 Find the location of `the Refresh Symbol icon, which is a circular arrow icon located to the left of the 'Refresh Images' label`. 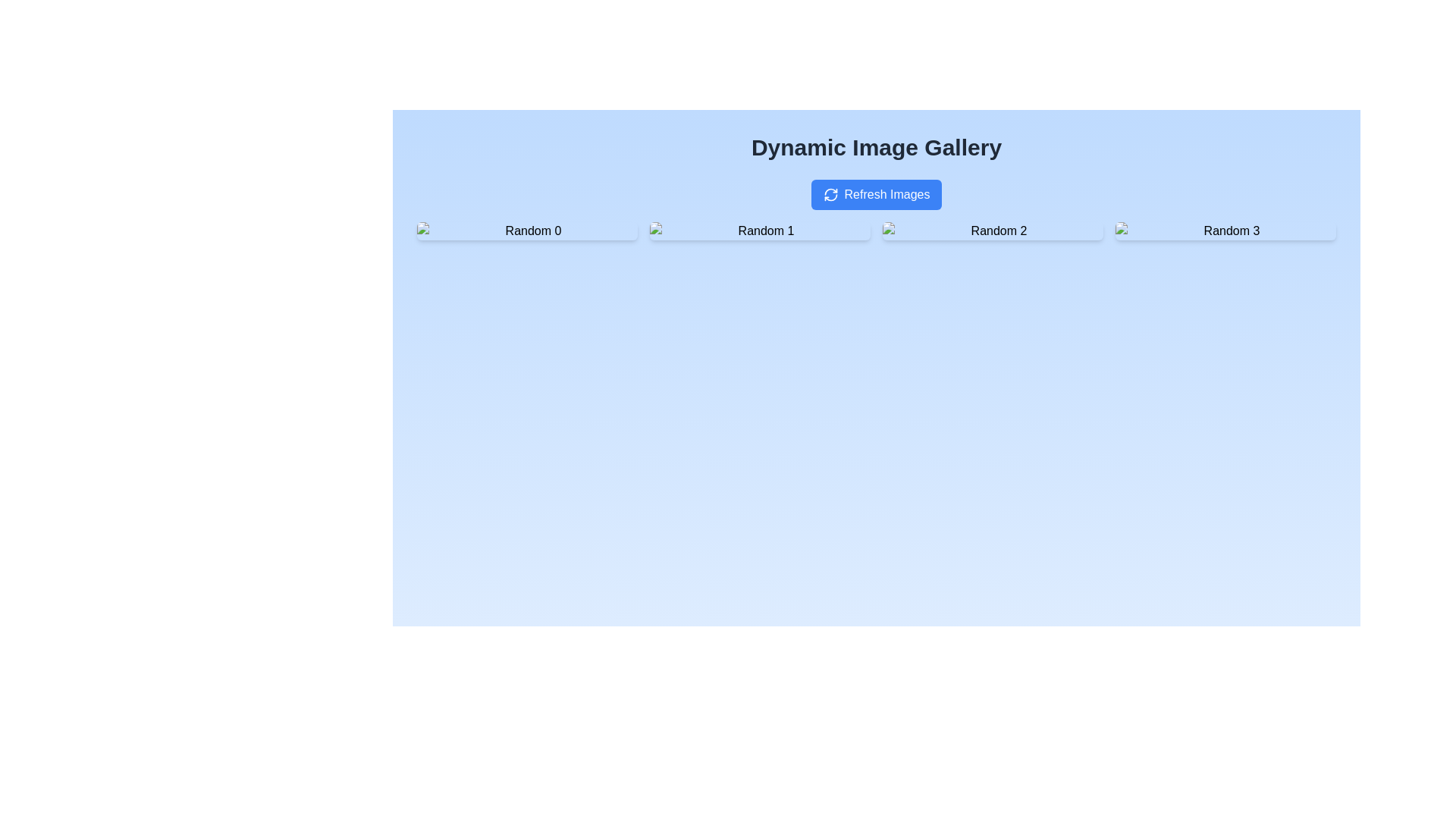

the Refresh Symbol icon, which is a circular arrow icon located to the left of the 'Refresh Images' label is located at coordinates (830, 194).